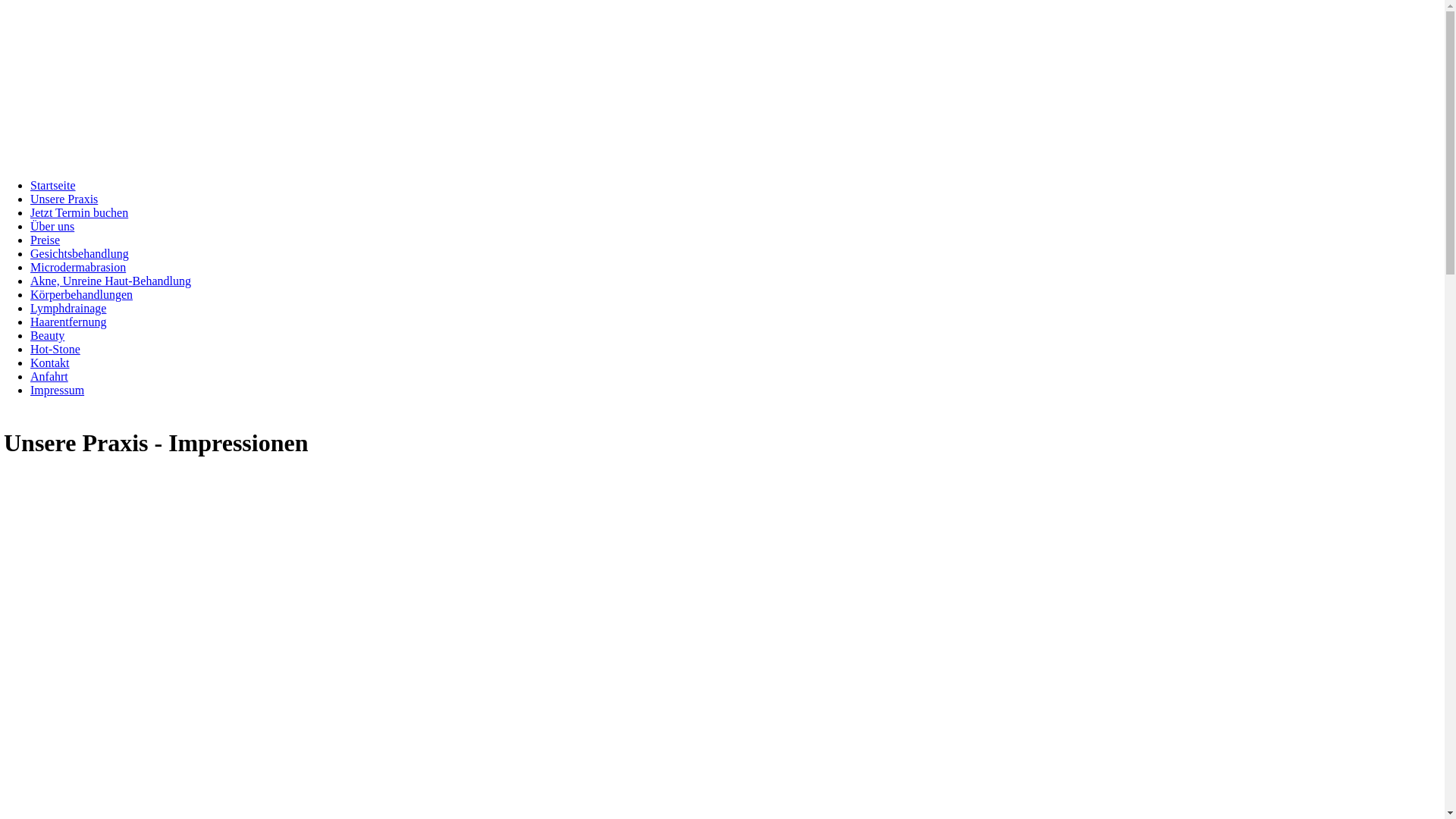 The width and height of the screenshot is (1456, 819). What do you see at coordinates (49, 375) in the screenshot?
I see `'Anfahrt'` at bounding box center [49, 375].